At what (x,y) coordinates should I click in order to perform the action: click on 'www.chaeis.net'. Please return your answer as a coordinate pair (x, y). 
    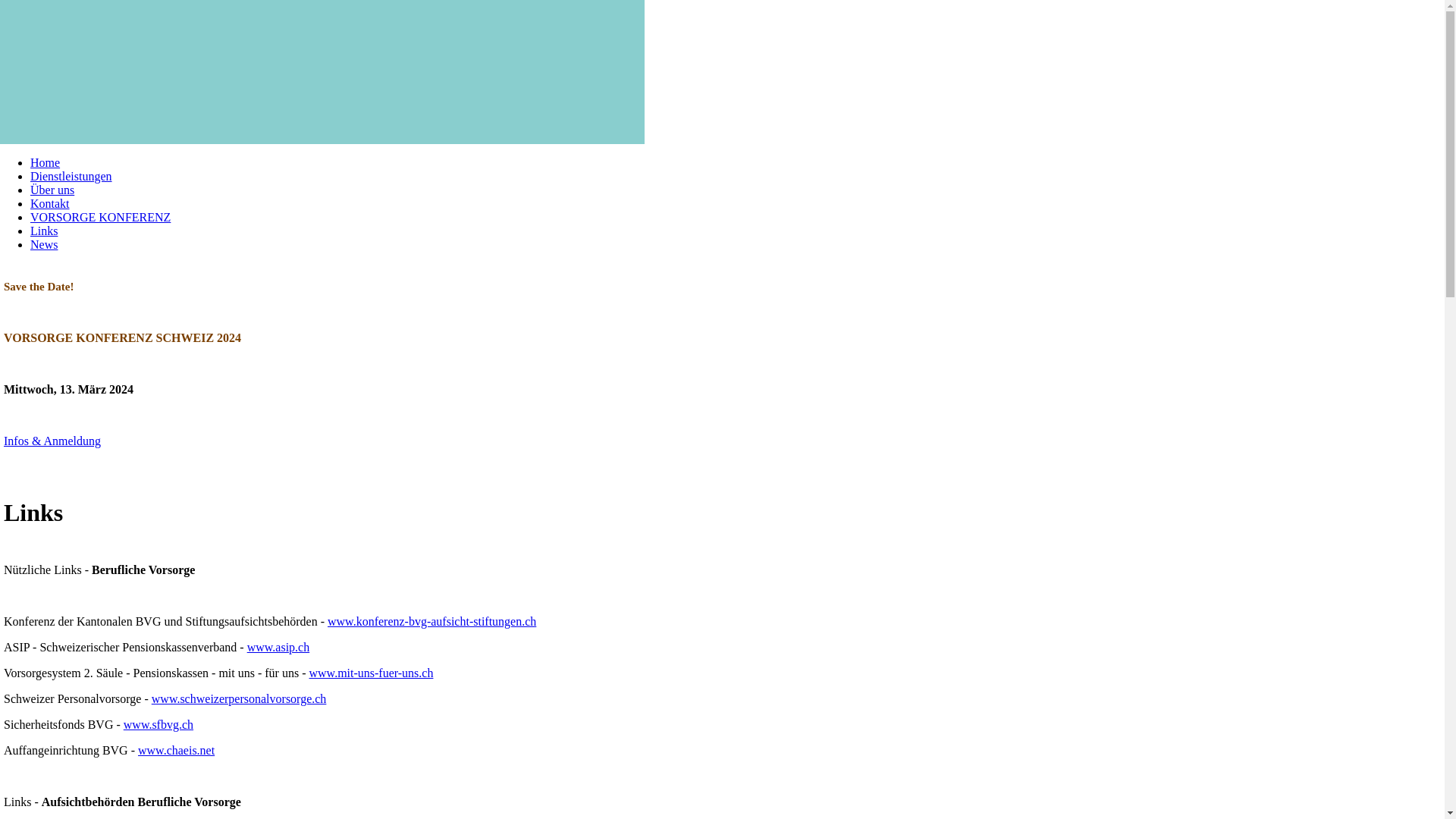
    Looking at the image, I should click on (176, 749).